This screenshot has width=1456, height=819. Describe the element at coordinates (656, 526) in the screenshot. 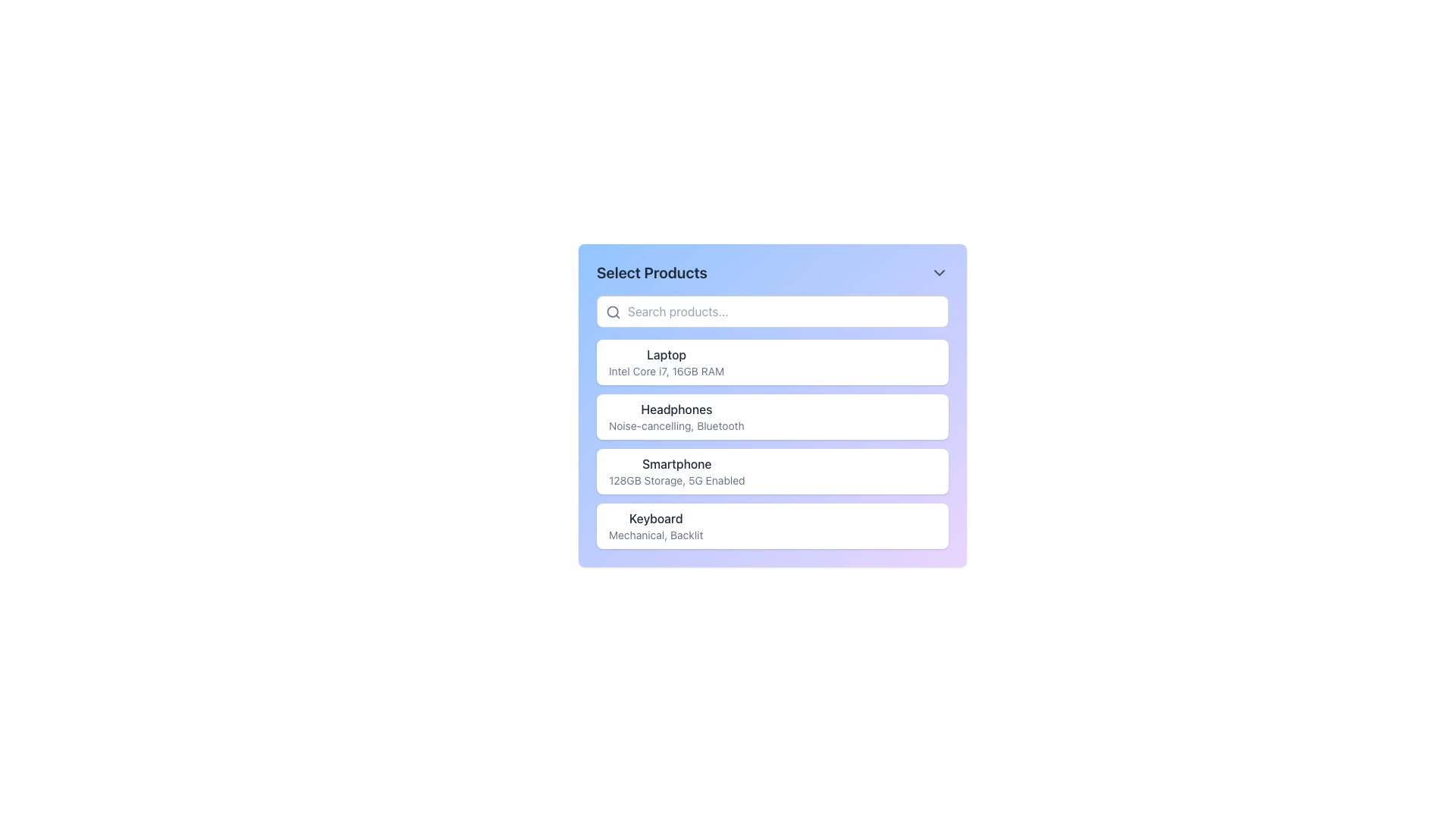

I see `text information from the Text Label element that displays 'Keyboard' in bold and 'Mechanical, Backlit' in smaller font` at that location.